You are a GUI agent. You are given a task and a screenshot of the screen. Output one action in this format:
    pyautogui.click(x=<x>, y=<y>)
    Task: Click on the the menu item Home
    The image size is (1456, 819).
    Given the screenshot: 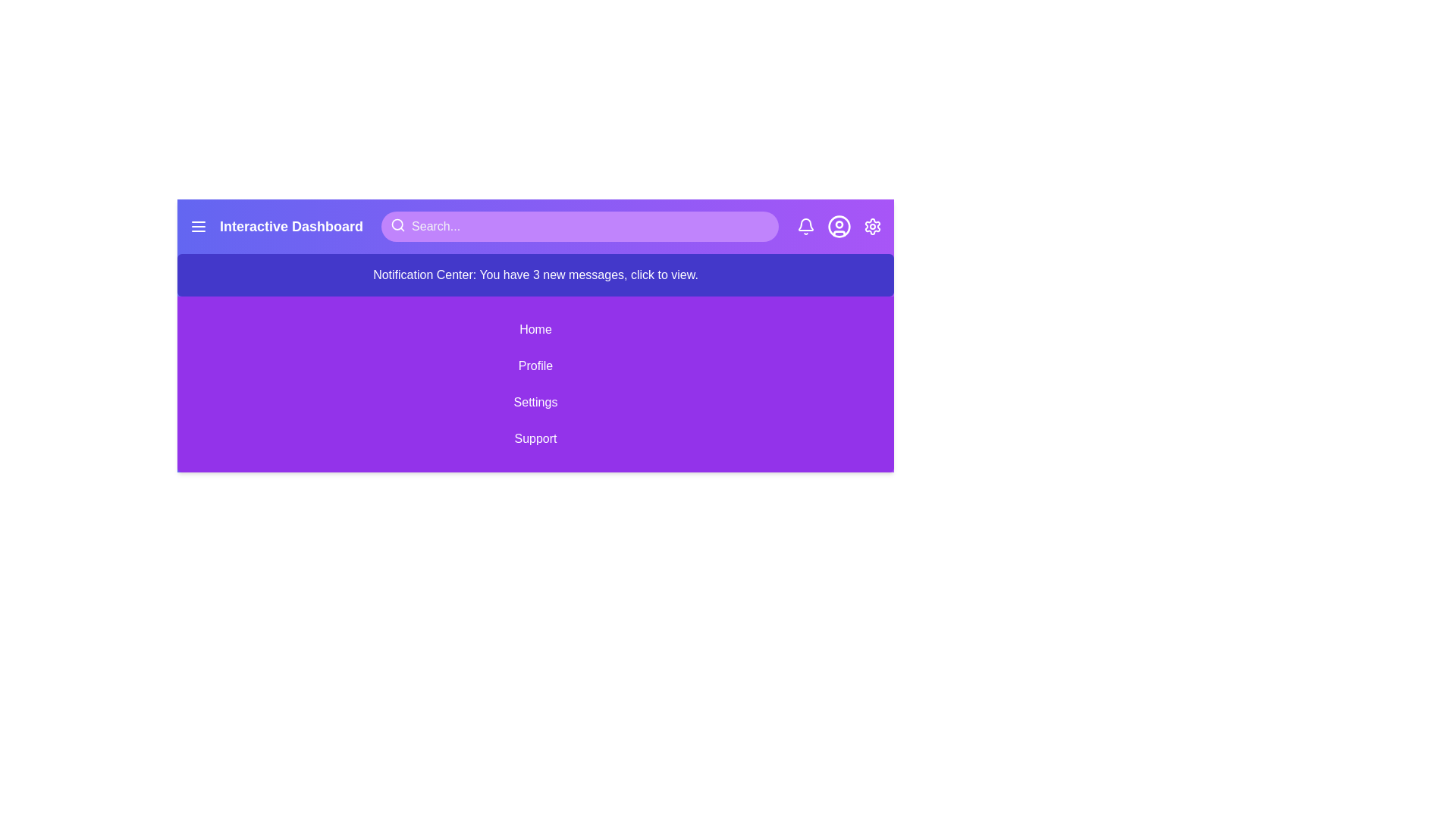 What is the action you would take?
    pyautogui.click(x=535, y=329)
    